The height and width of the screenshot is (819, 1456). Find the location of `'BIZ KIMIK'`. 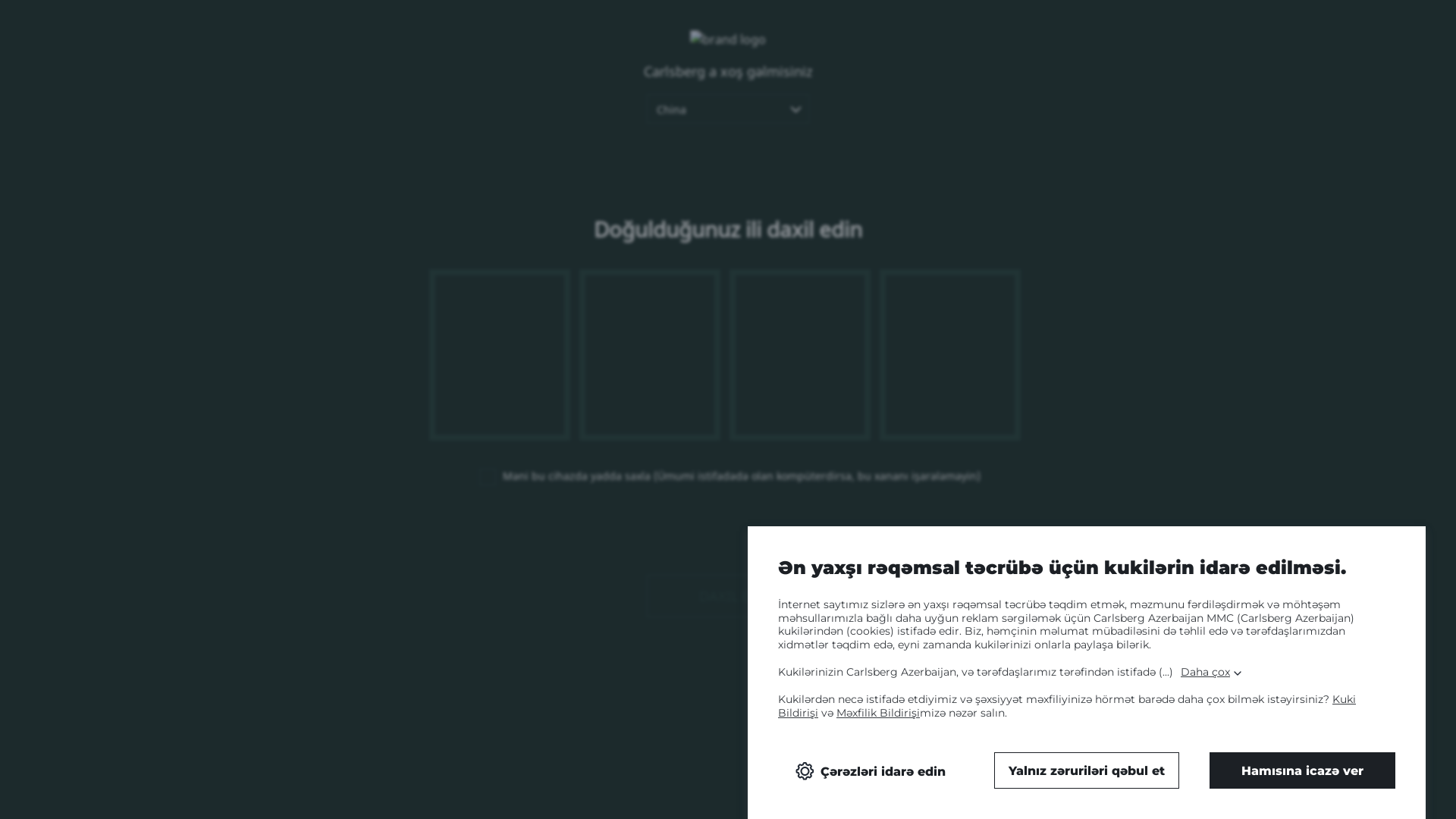

'BIZ KIMIK' is located at coordinates (804, 48).